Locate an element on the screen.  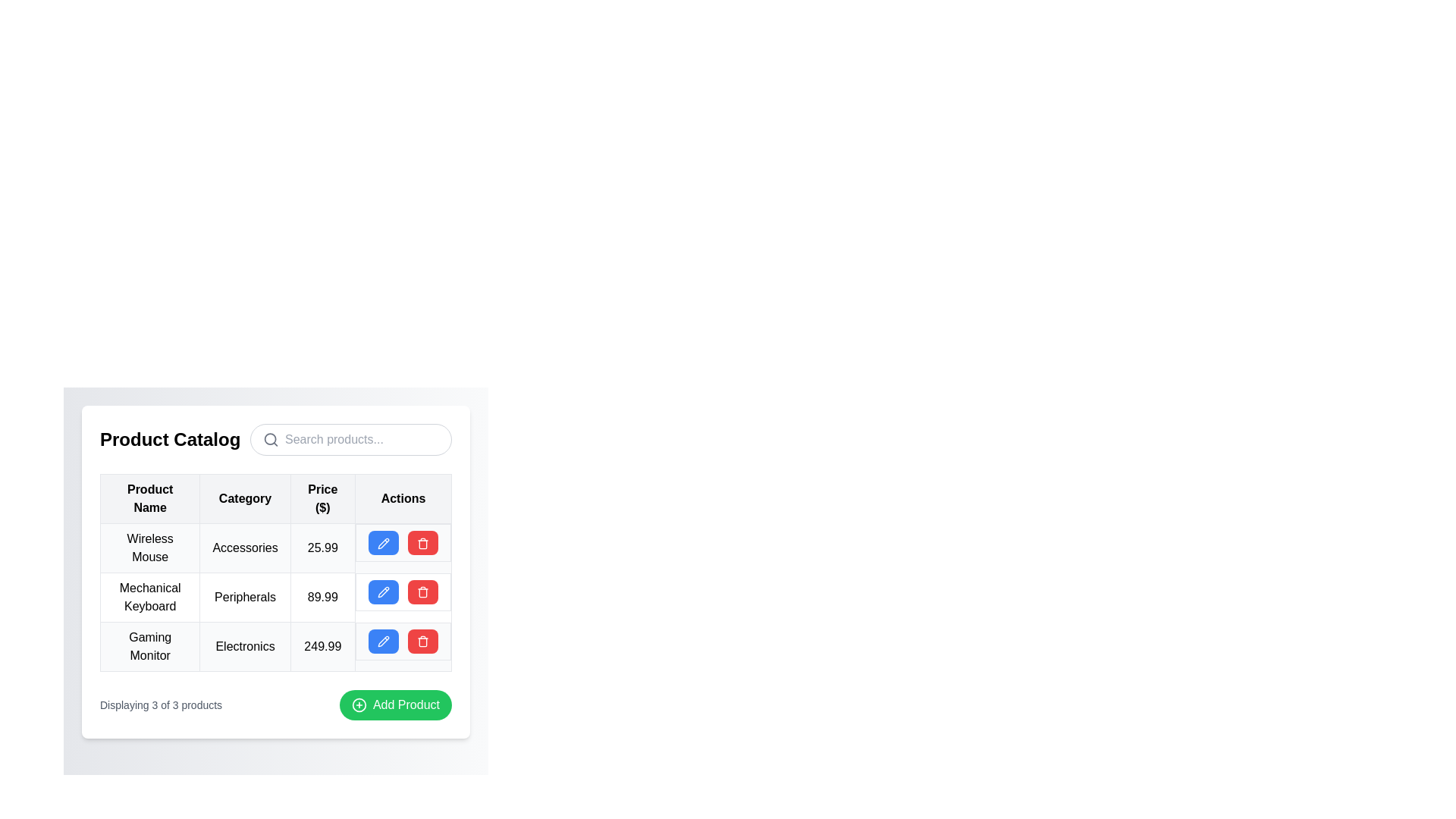
the delete button located in the Actions column of the last row in the table is located at coordinates (422, 641).